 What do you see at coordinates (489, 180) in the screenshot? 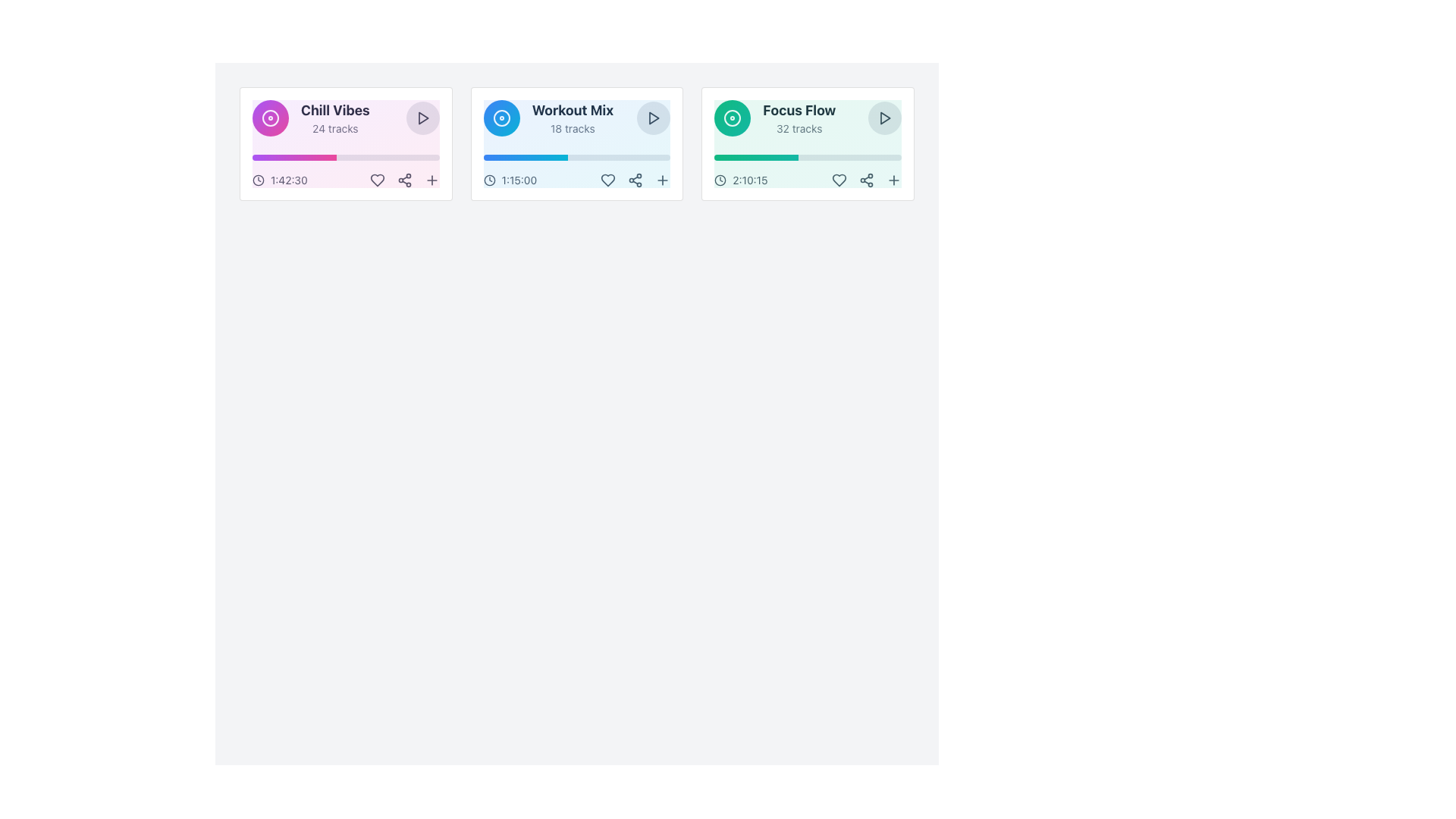
I see `the circular clock icon located at the bottom-left corner of the 'Workout Mix' card, positioned to the left of the text '1:15:00'` at bounding box center [489, 180].